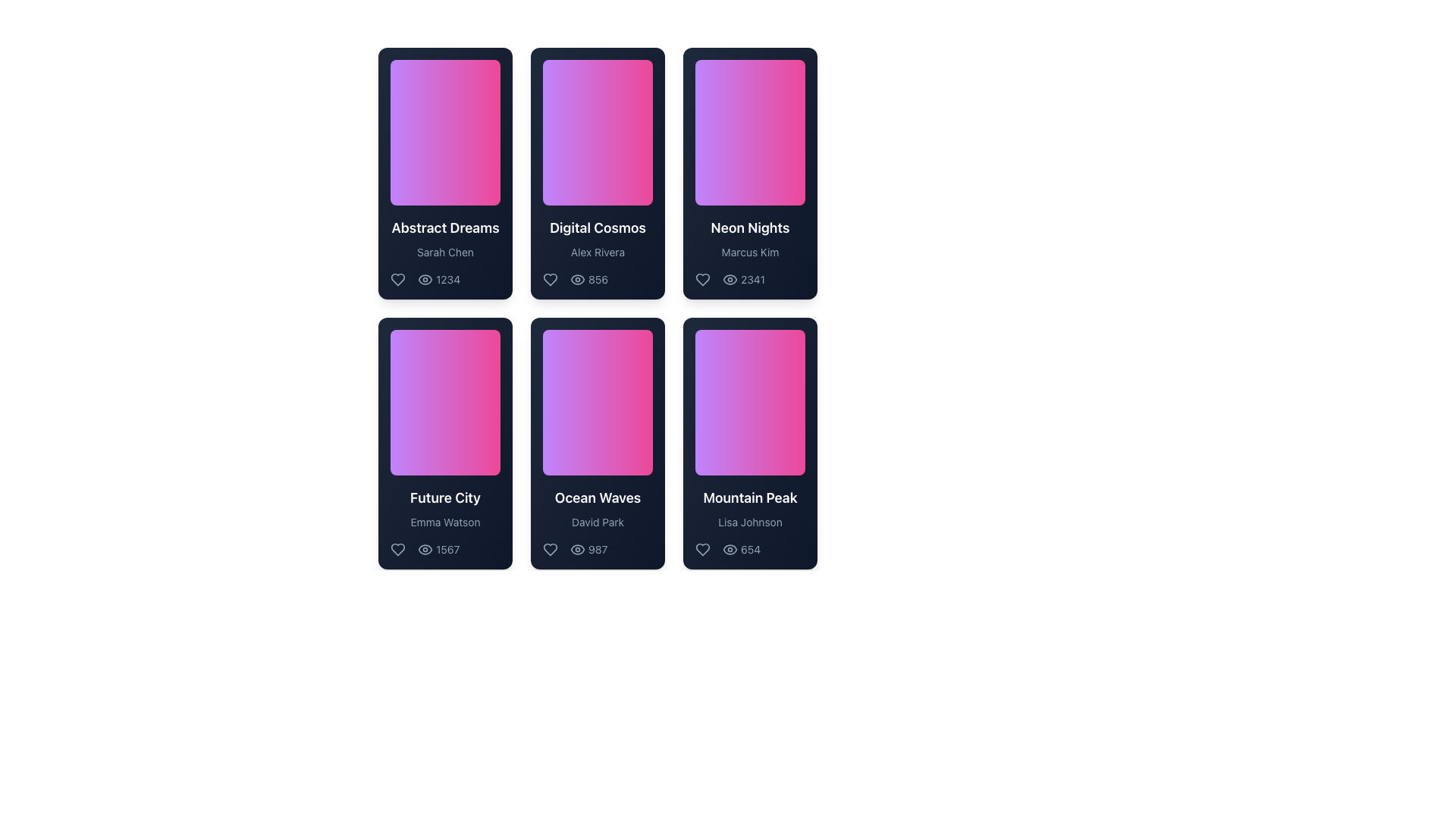  Describe the element at coordinates (577, 280) in the screenshot. I see `the oval-shaped eye icon with a smooth stroke located in the second card of the first row in the grid layout to observe its visual representation` at that location.